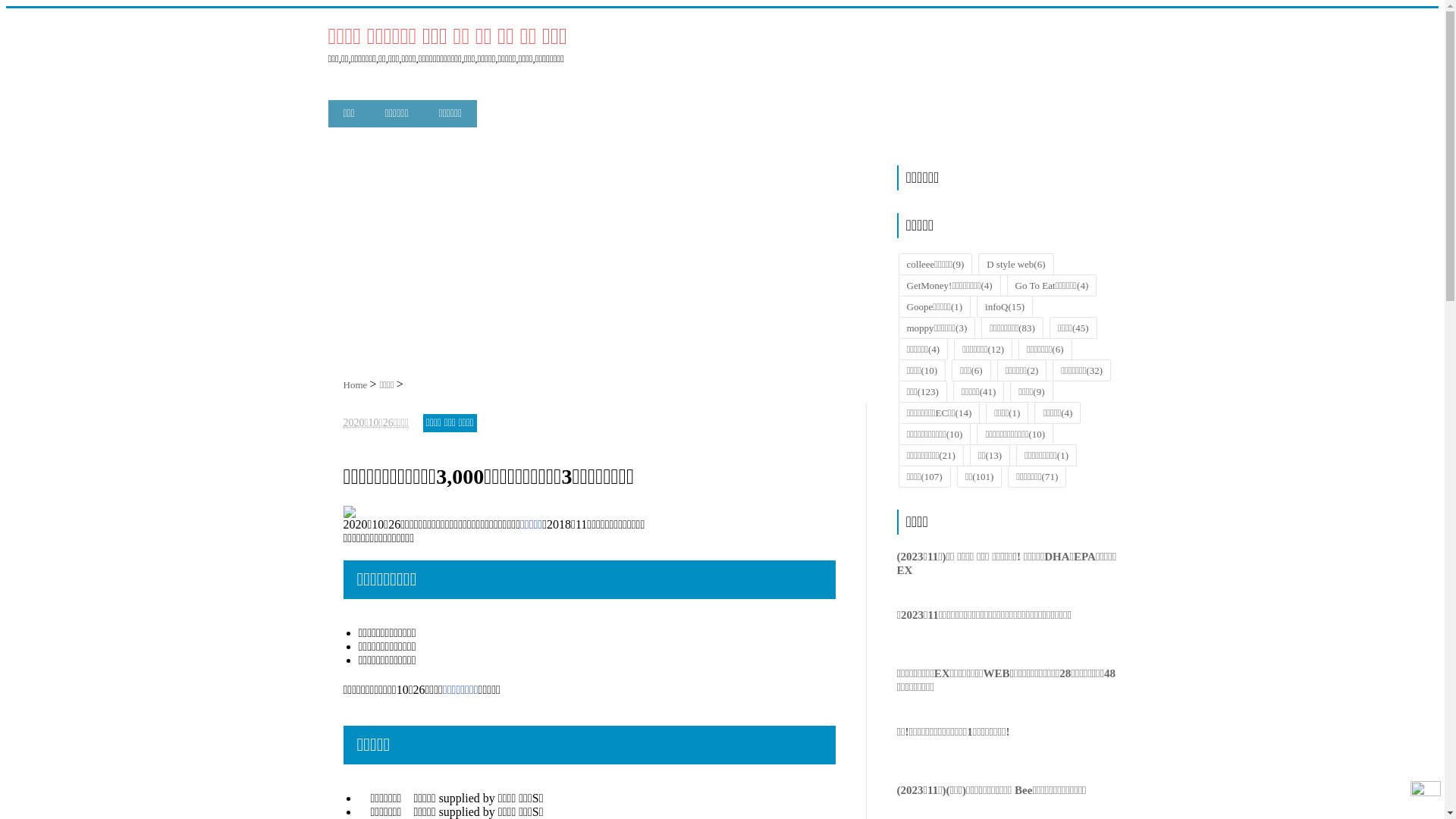 The width and height of the screenshot is (1456, 819). I want to click on 'infoQ(15)', so click(1004, 306).